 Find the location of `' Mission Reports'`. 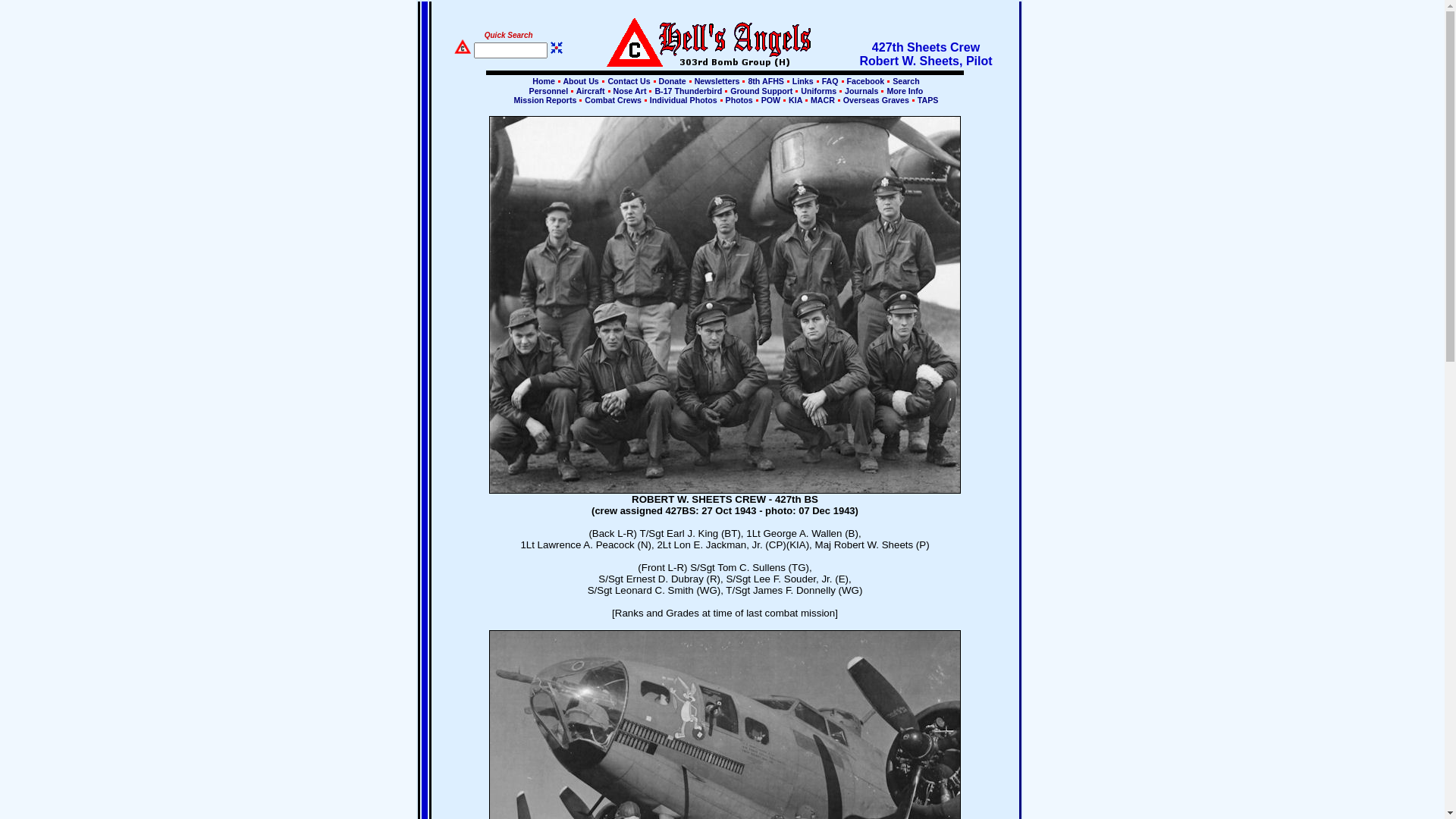

' Mission Reports' is located at coordinates (545, 99).